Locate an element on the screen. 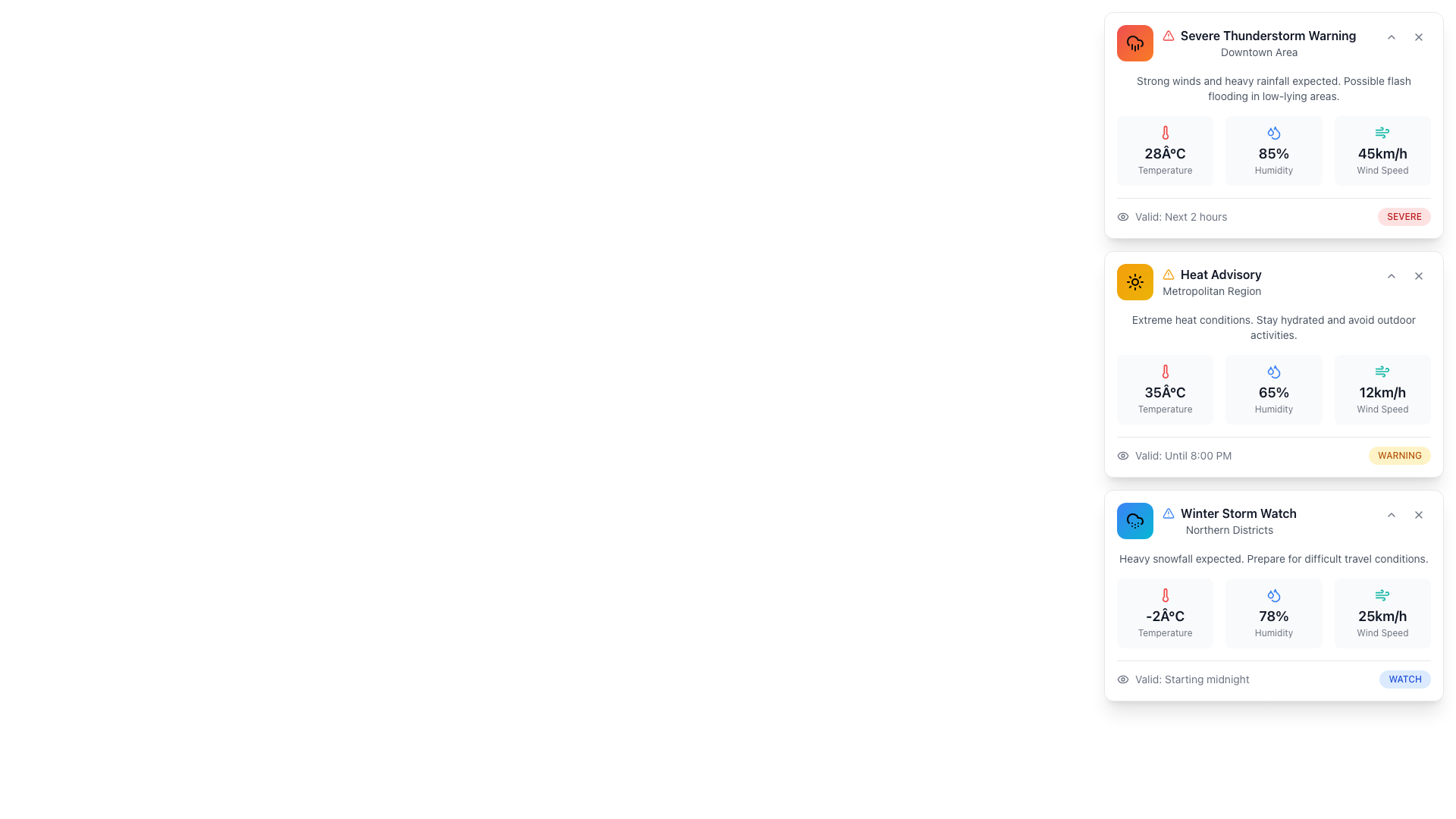 The image size is (1456, 819). the small triangular warning icon with a blue border located immediately to the left of the 'Winter Storm Watch' title to receive more detailed alert information is located at coordinates (1167, 513).